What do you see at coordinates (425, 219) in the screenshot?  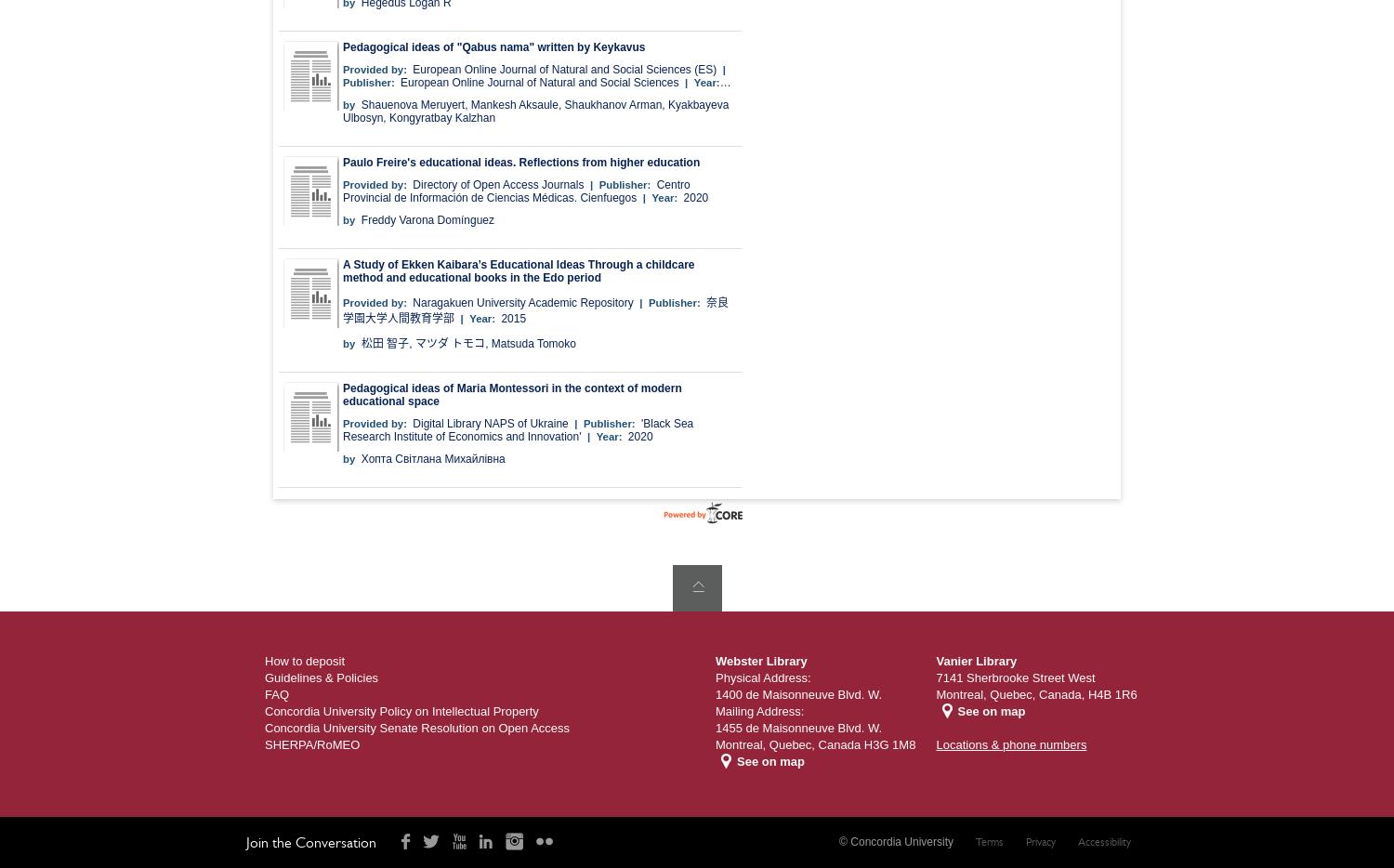 I see `'Freddy Varona Domínguez'` at bounding box center [425, 219].